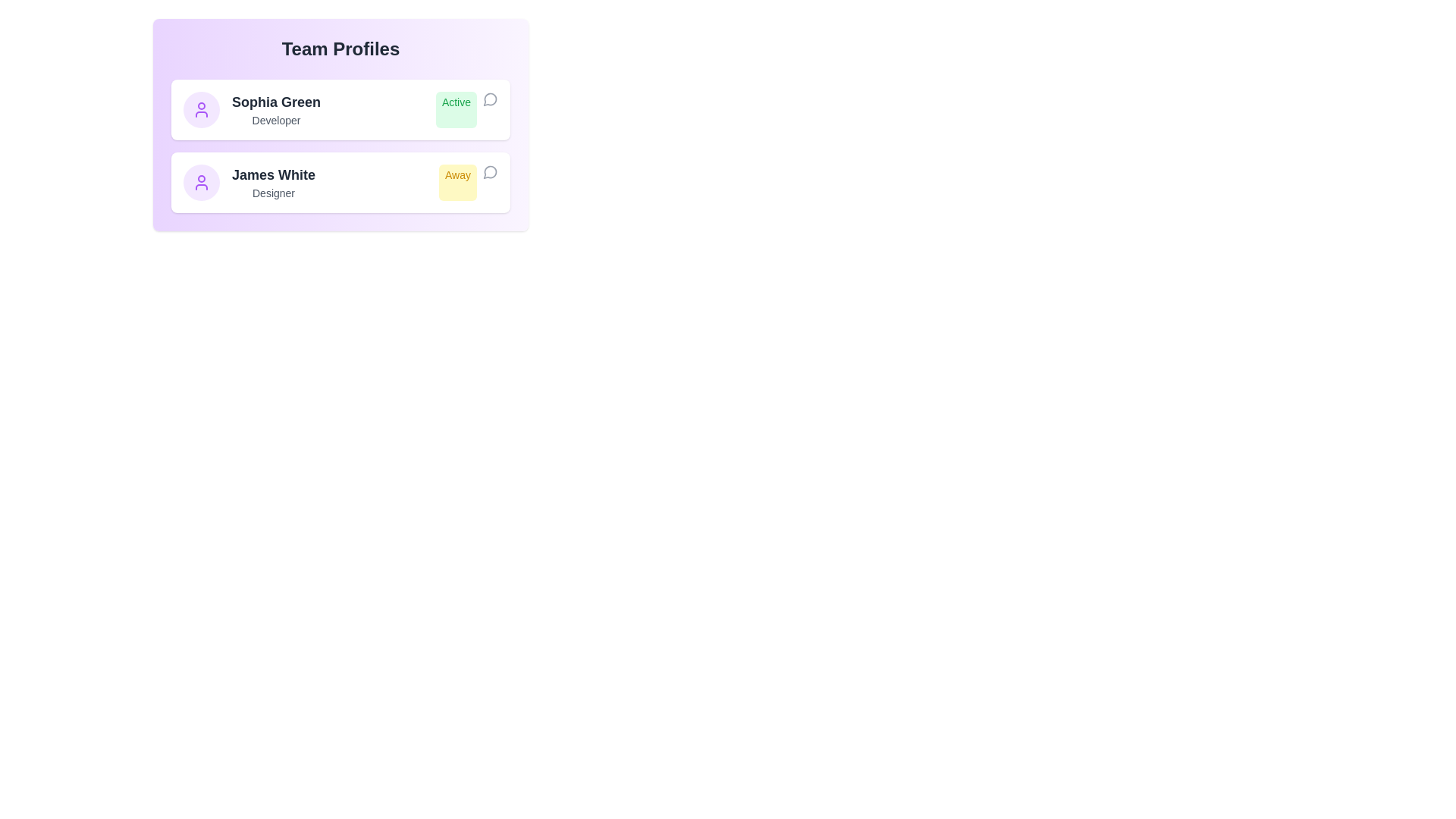 The width and height of the screenshot is (1456, 819). I want to click on the messaging icon located to the right of the 'Away' label for 'James White' in the team profiles list to initiate a message action, so click(491, 171).